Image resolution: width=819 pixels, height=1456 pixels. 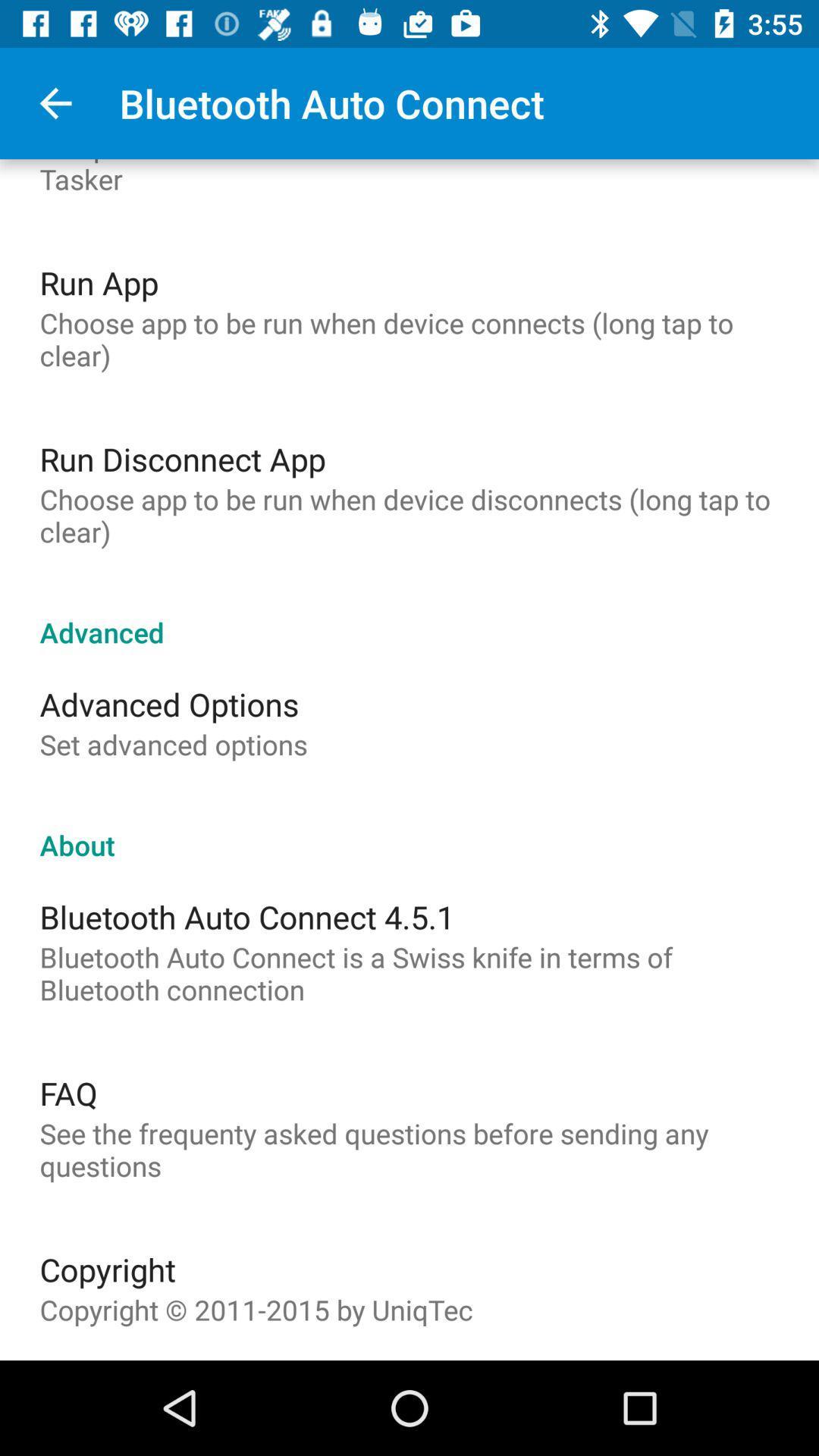 What do you see at coordinates (409, 178) in the screenshot?
I see `item above the run app item` at bounding box center [409, 178].